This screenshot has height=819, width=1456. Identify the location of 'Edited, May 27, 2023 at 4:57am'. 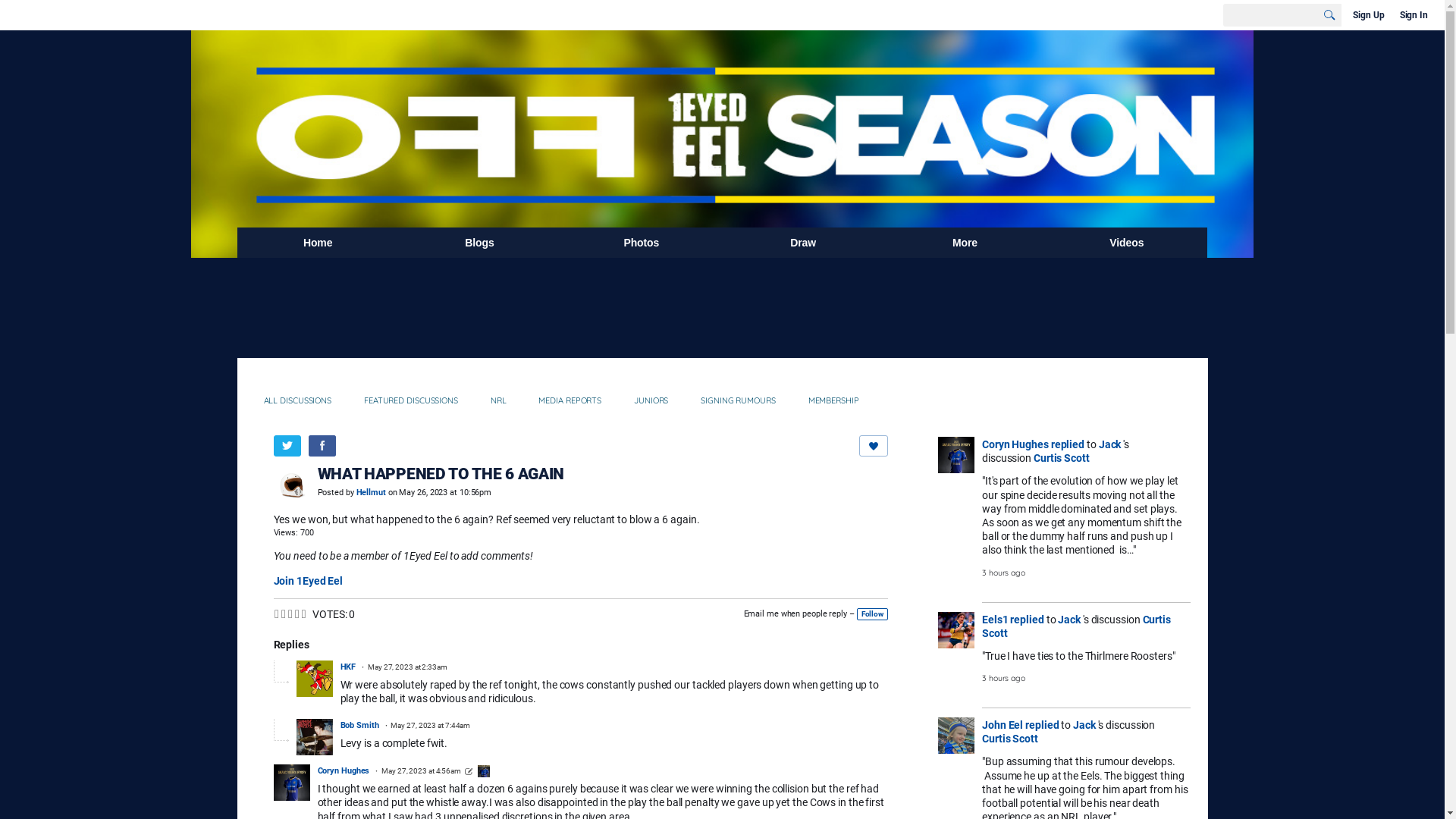
(468, 771).